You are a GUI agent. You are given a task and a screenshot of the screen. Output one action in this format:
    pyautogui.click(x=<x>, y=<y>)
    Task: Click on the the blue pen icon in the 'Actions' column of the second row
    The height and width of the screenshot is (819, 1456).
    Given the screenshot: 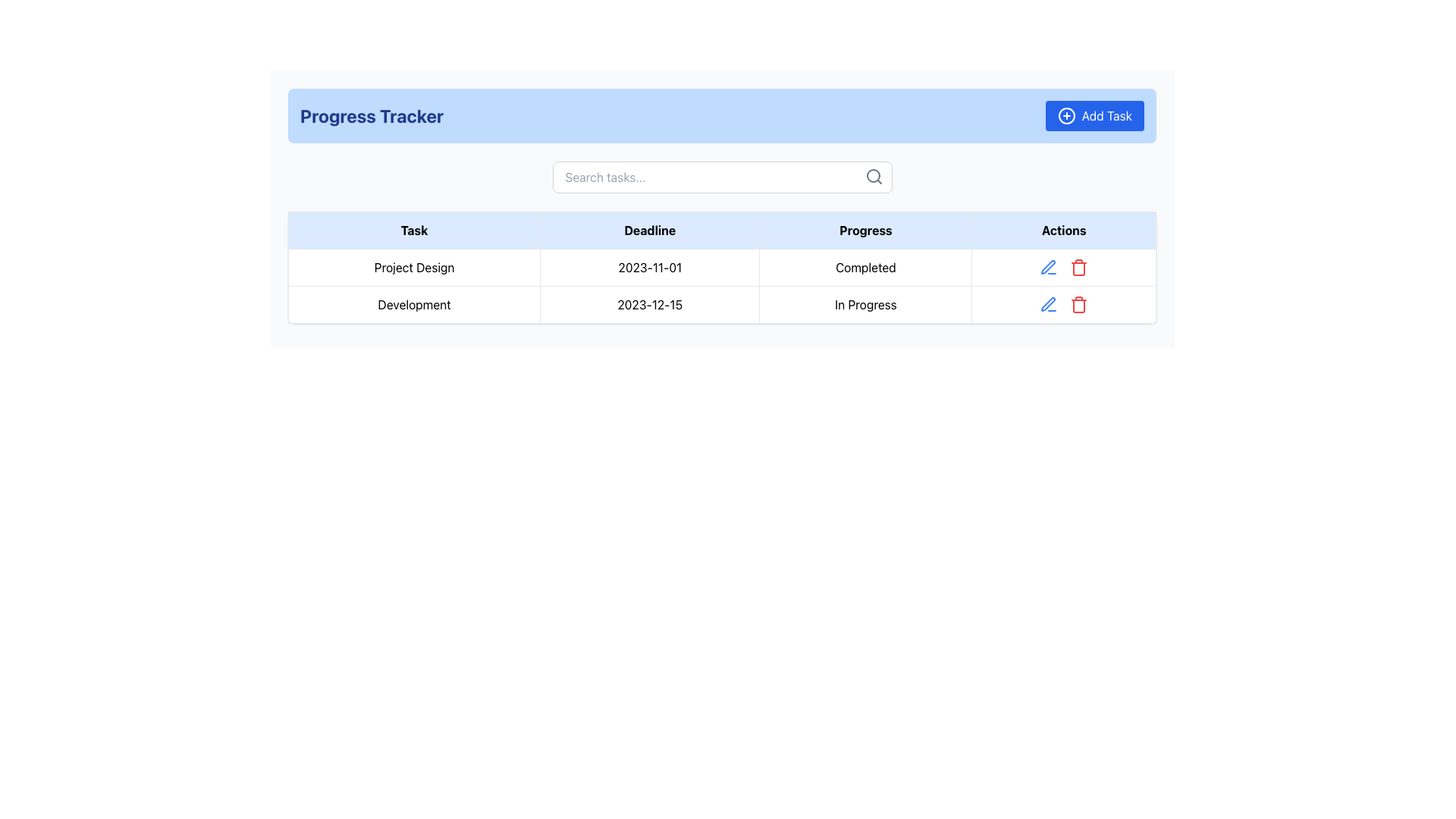 What is the action you would take?
    pyautogui.click(x=1063, y=304)
    